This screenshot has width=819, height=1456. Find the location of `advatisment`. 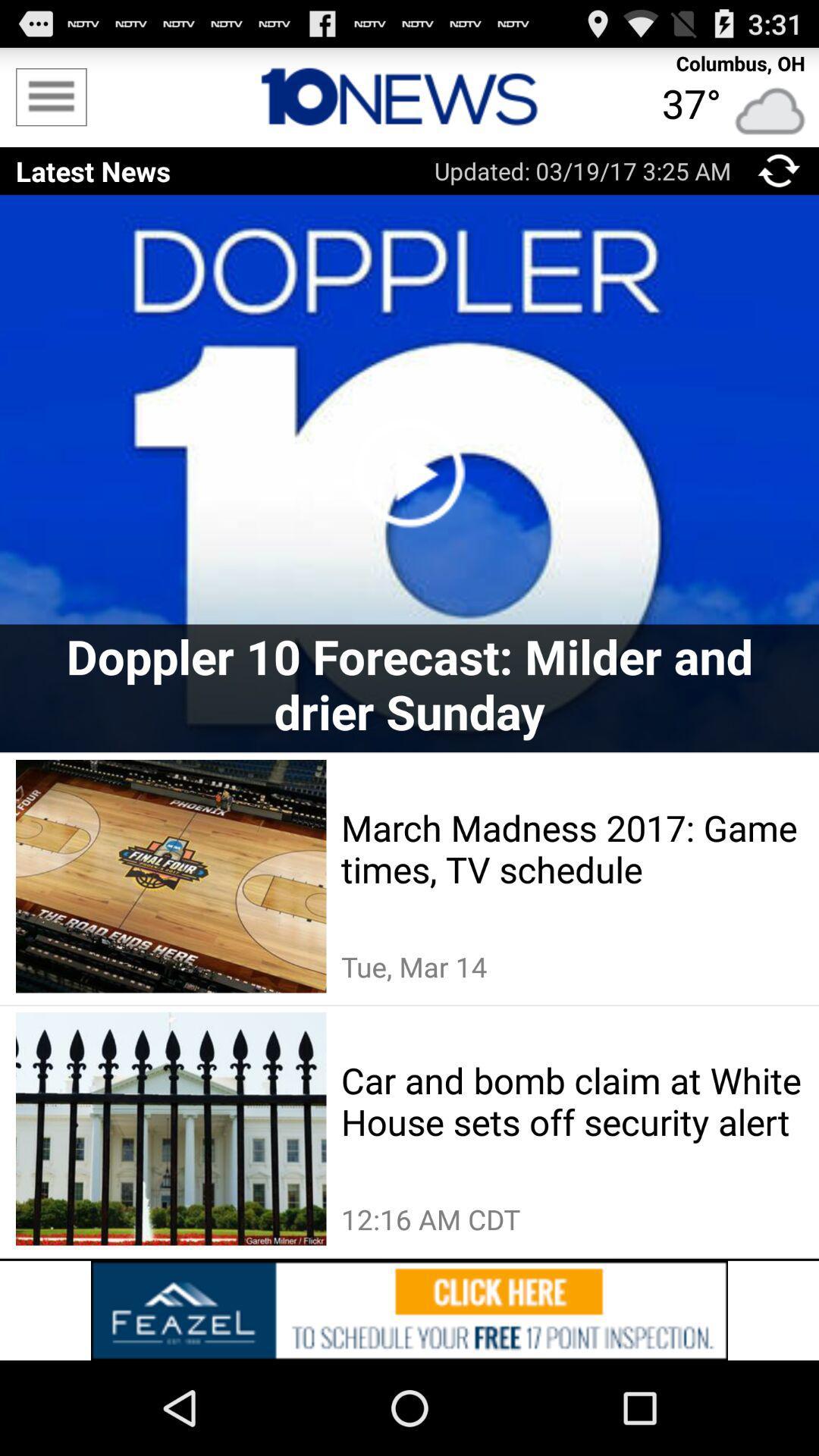

advatisment is located at coordinates (409, 1310).